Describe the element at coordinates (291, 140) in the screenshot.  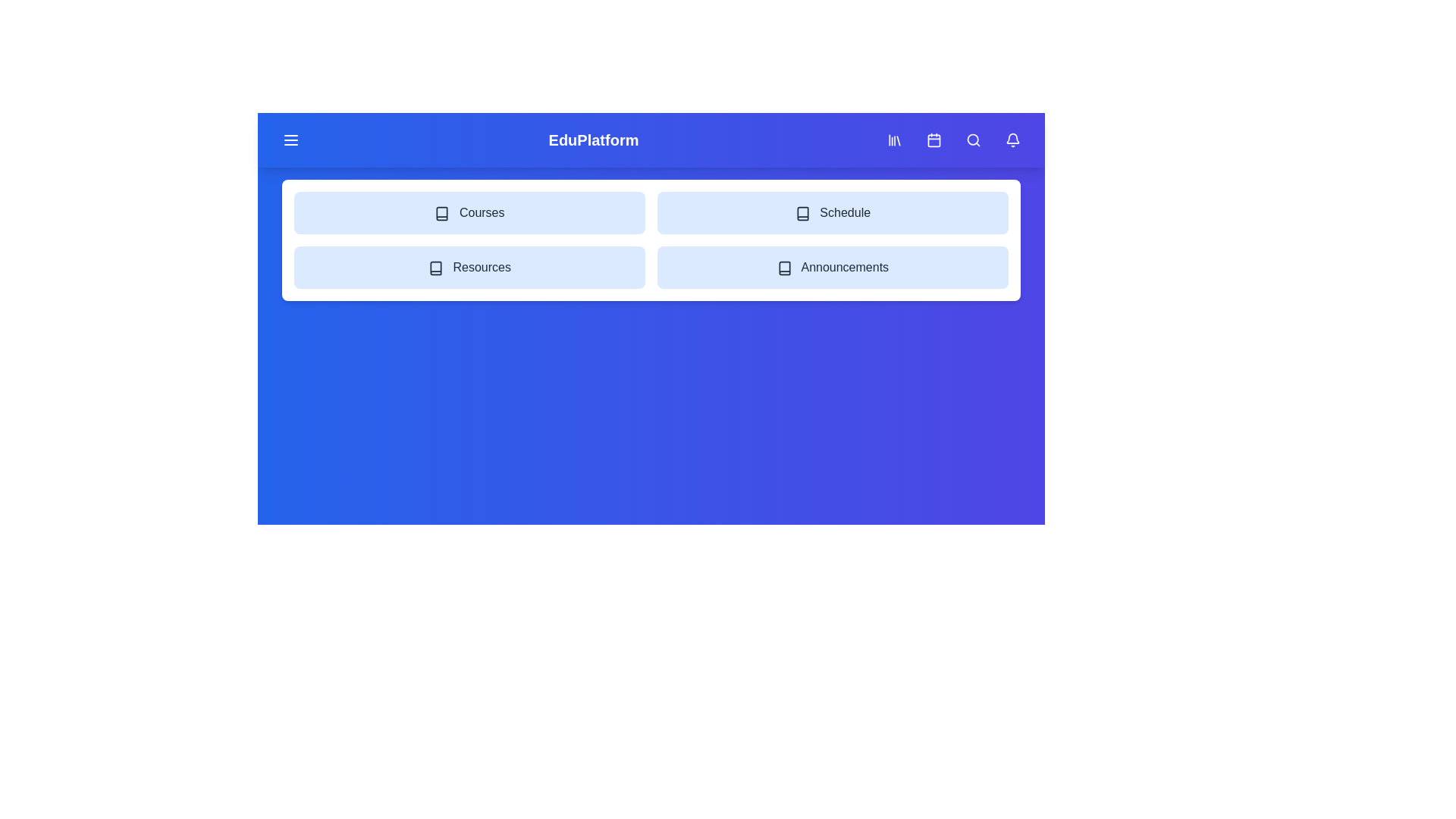
I see `the menu button to toggle the menu visibility` at that location.